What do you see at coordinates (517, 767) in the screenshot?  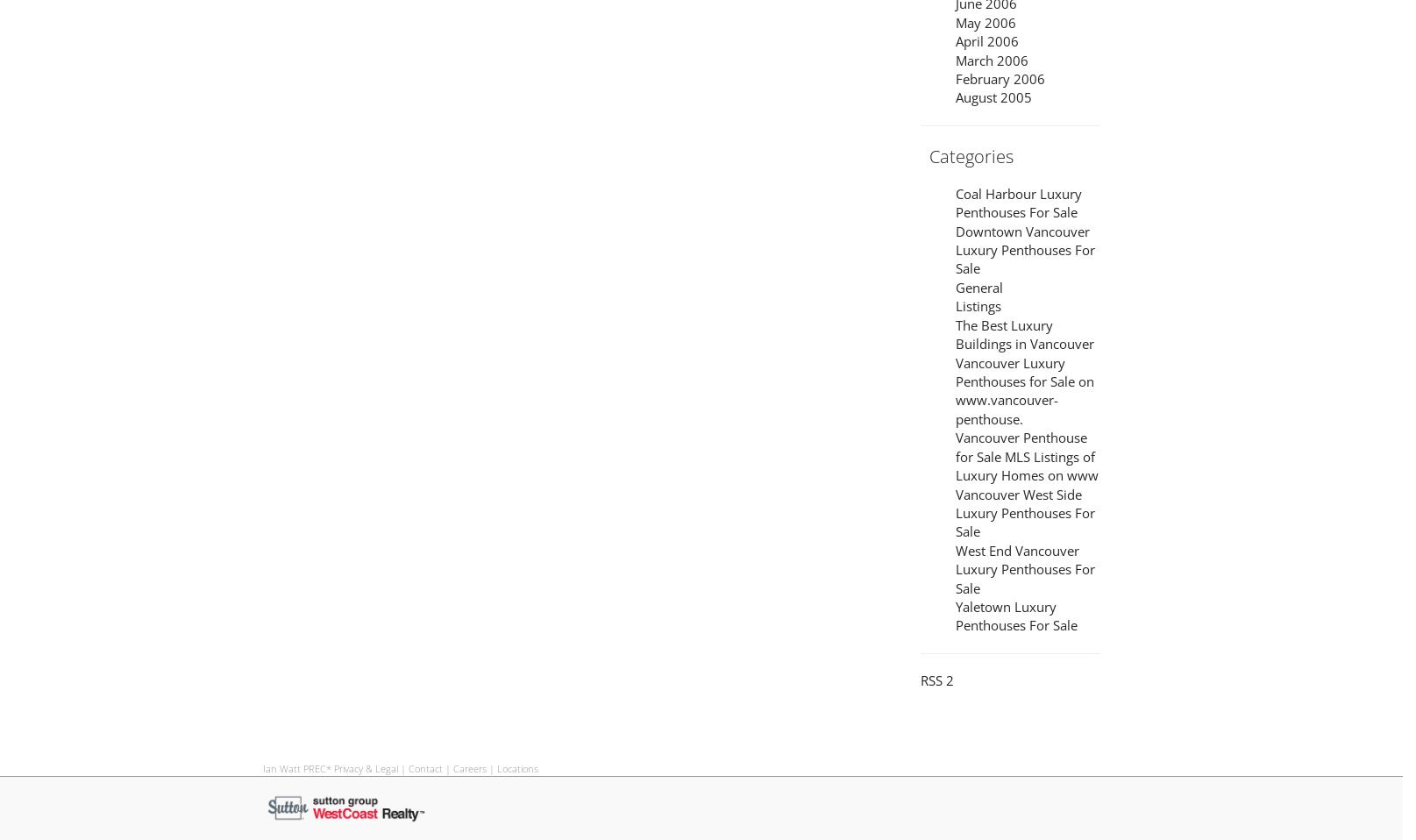 I see `'Locations'` at bounding box center [517, 767].